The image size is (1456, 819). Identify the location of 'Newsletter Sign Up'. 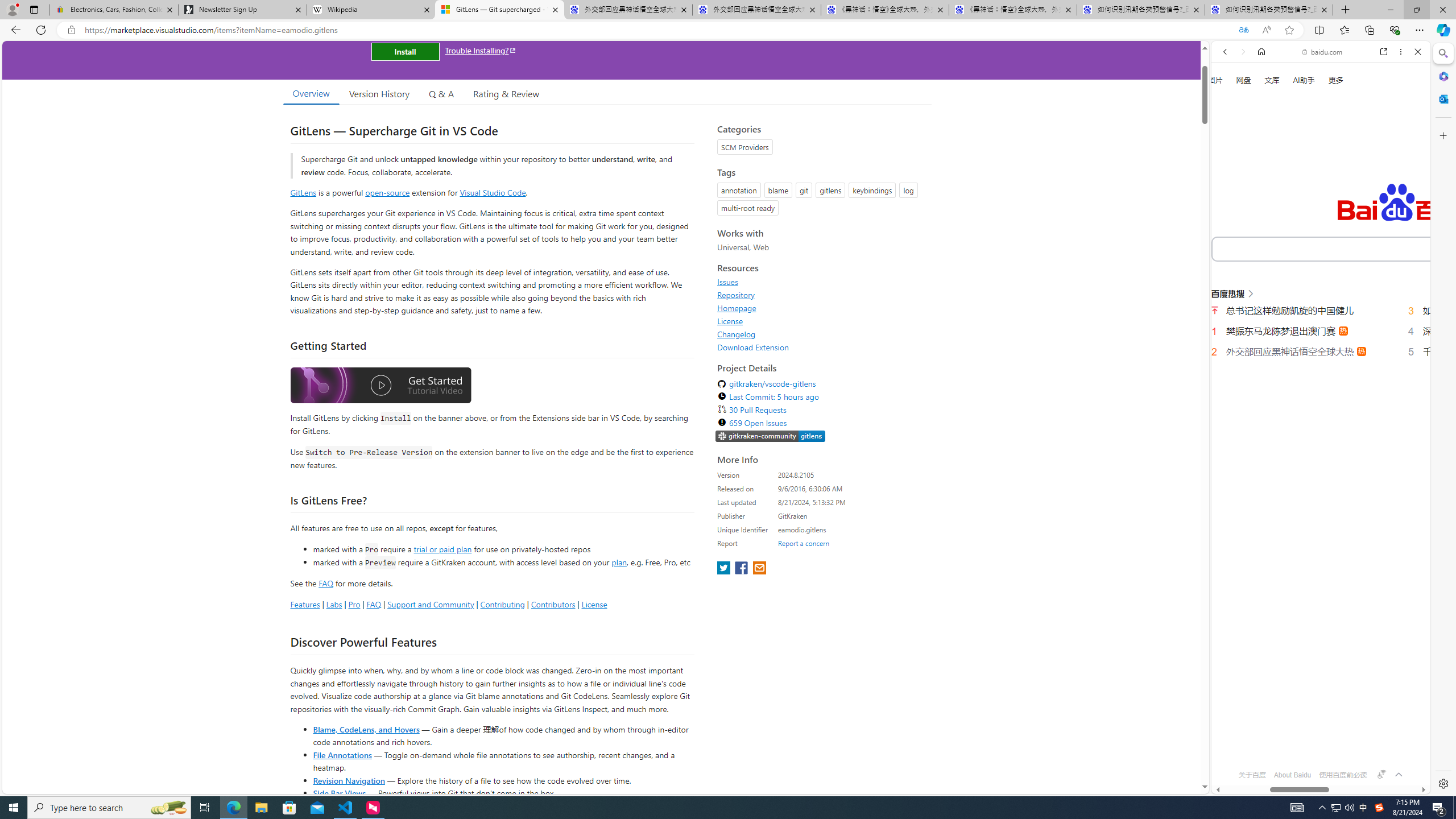
(242, 9).